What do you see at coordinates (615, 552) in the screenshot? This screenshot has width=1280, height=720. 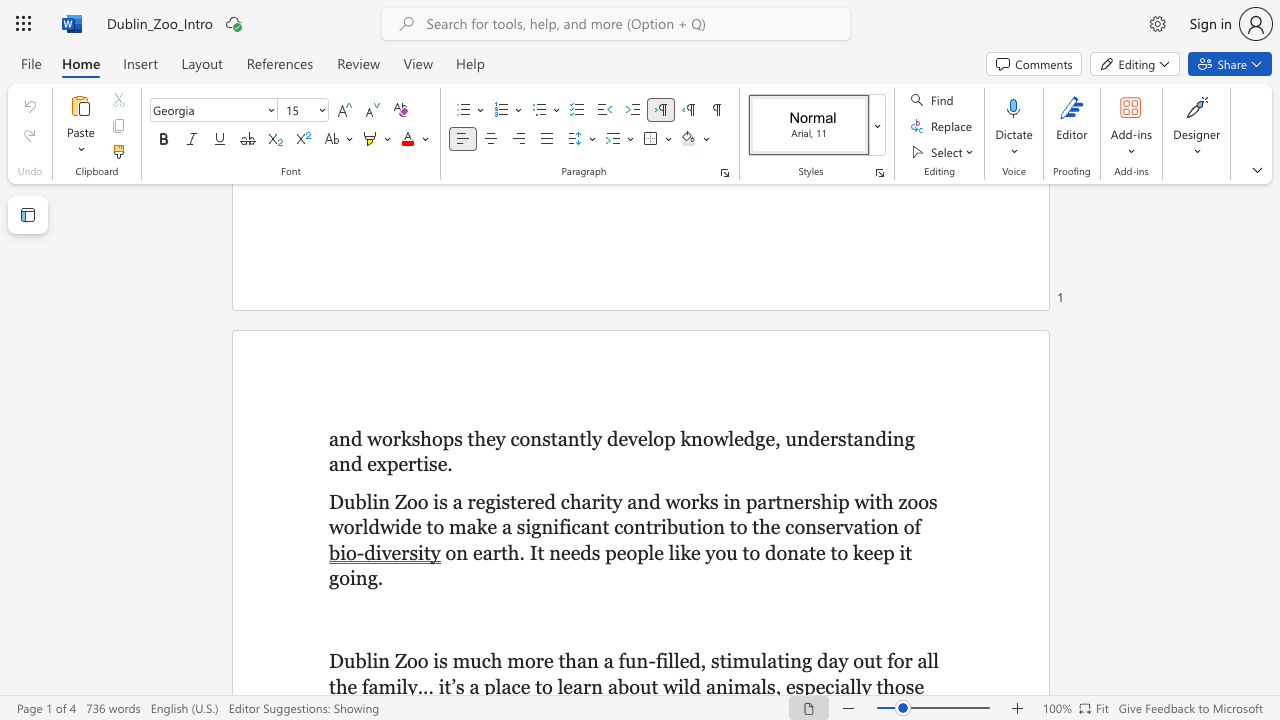 I see `the subset text "eop" within the text "on earth. It needs people like you to donate to keep it going."` at bounding box center [615, 552].